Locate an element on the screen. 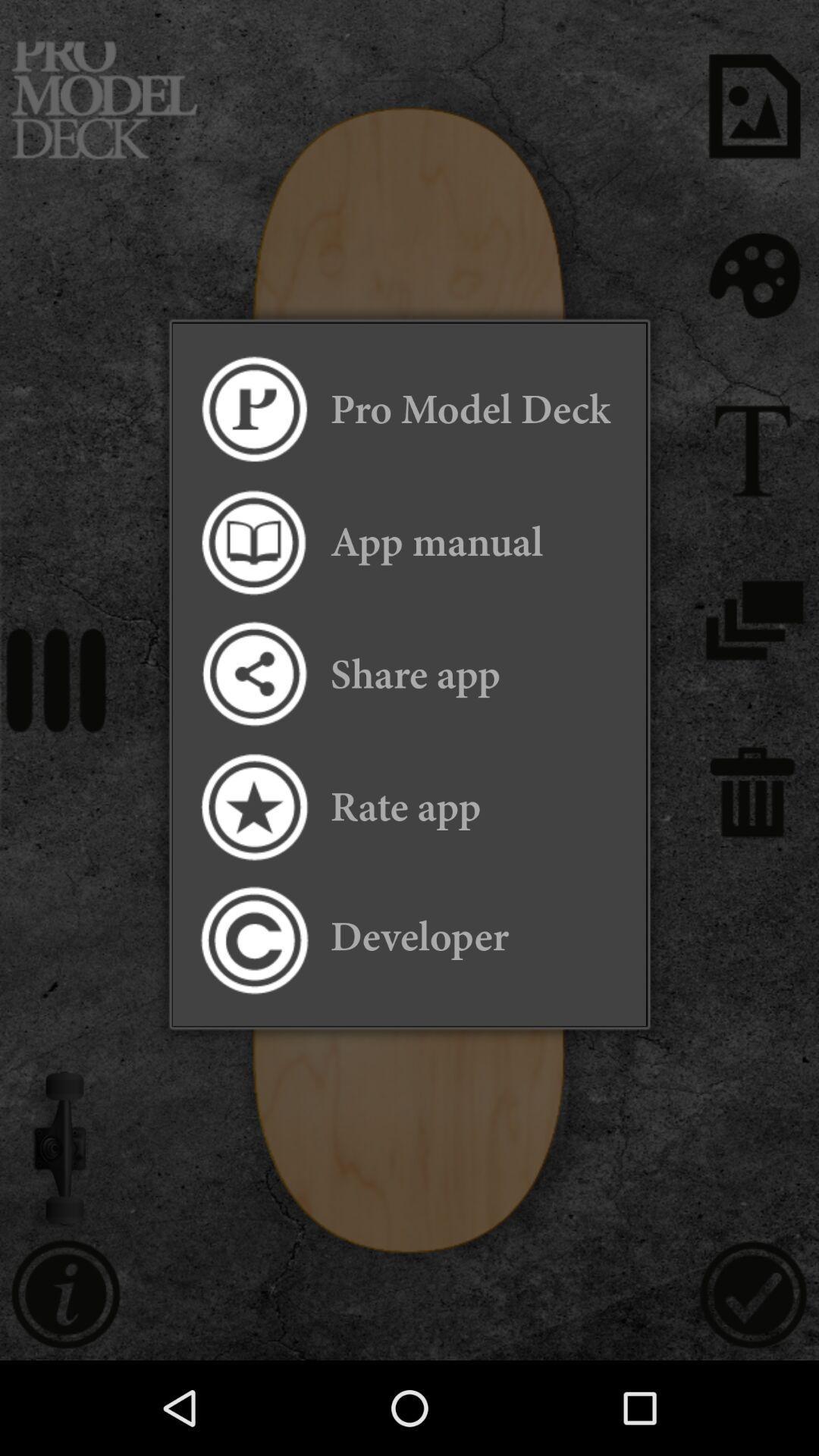 This screenshot has height=1456, width=819. the icon next to rate app app is located at coordinates (253, 806).